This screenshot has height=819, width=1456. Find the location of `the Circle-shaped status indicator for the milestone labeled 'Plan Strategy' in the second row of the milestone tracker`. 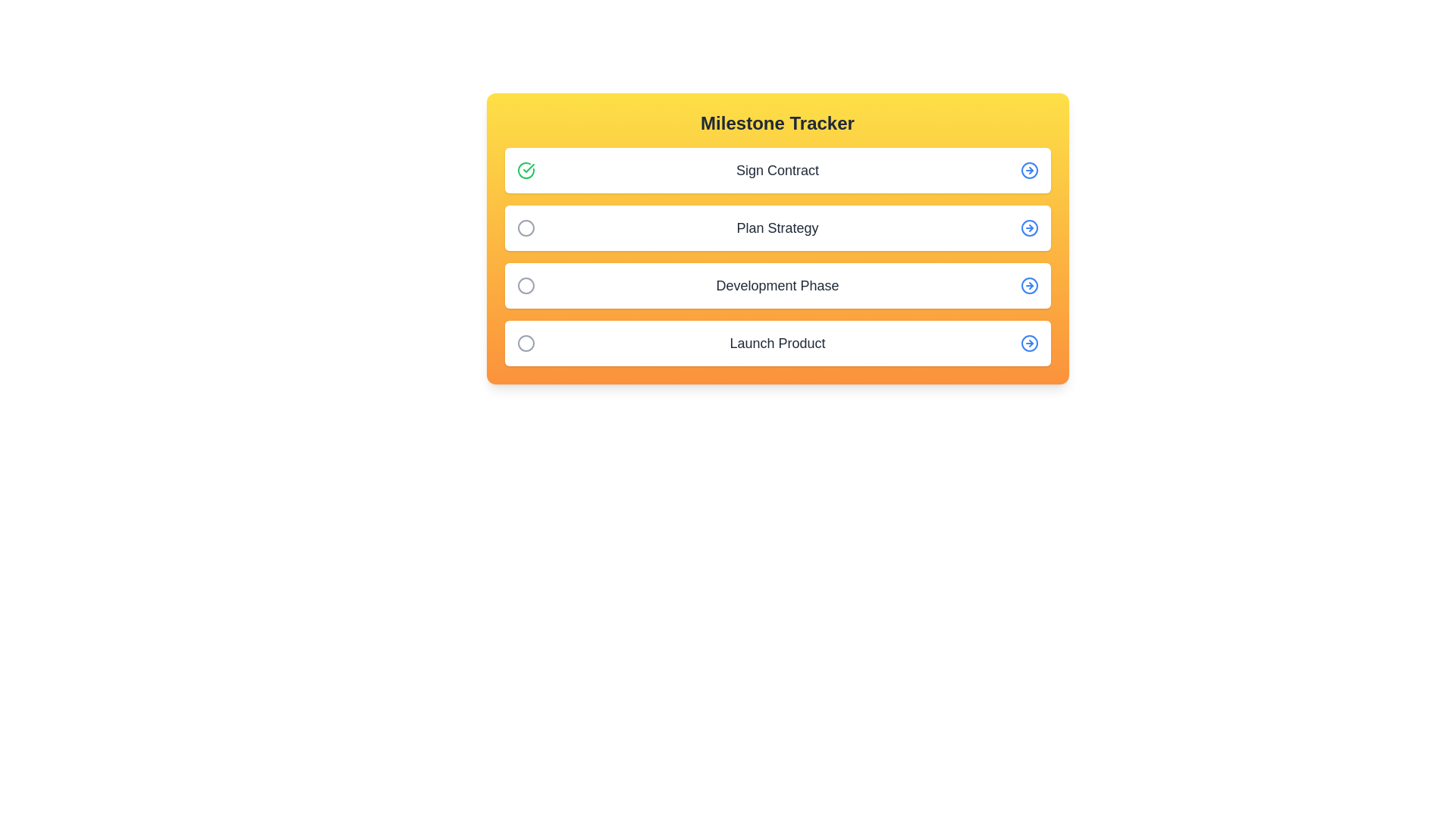

the Circle-shaped status indicator for the milestone labeled 'Plan Strategy' in the second row of the milestone tracker is located at coordinates (526, 227).